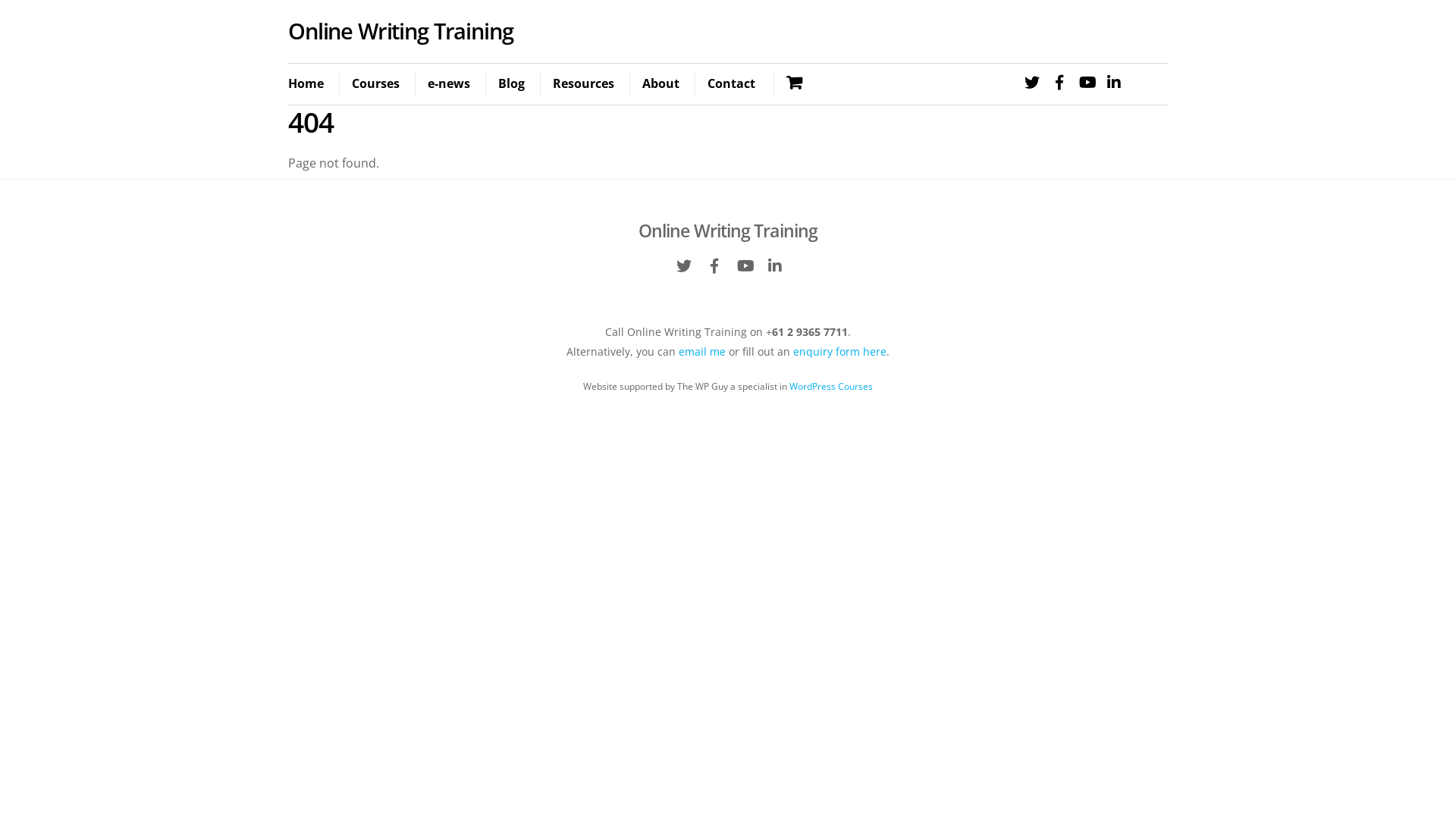 The height and width of the screenshot is (819, 1456). What do you see at coordinates (447, 84) in the screenshot?
I see `'e-news'` at bounding box center [447, 84].